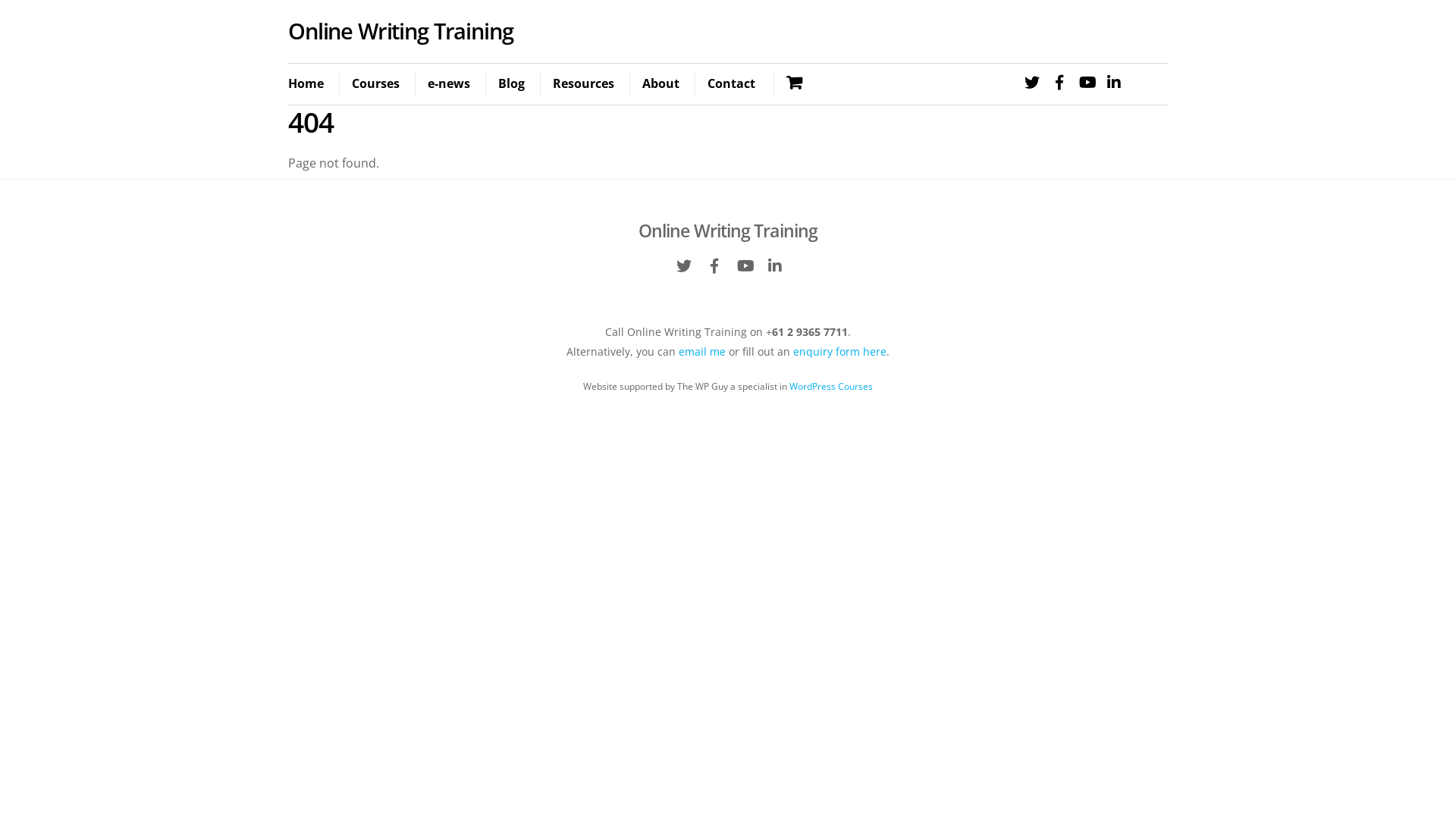 The height and width of the screenshot is (819, 1456). What do you see at coordinates (447, 84) in the screenshot?
I see `'e-news'` at bounding box center [447, 84].